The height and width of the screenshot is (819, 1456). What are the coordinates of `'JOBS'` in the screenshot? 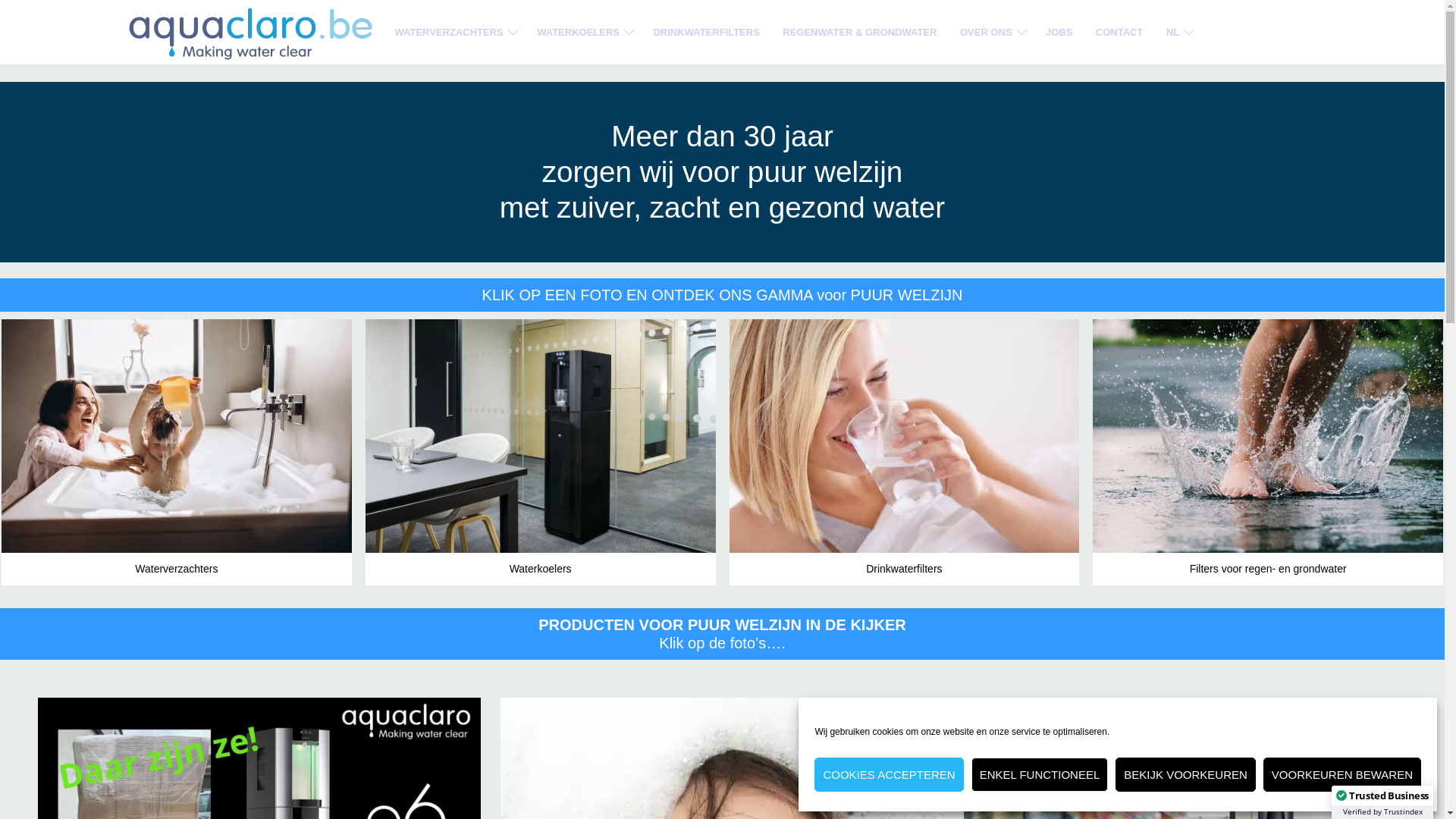 It's located at (1058, 32).